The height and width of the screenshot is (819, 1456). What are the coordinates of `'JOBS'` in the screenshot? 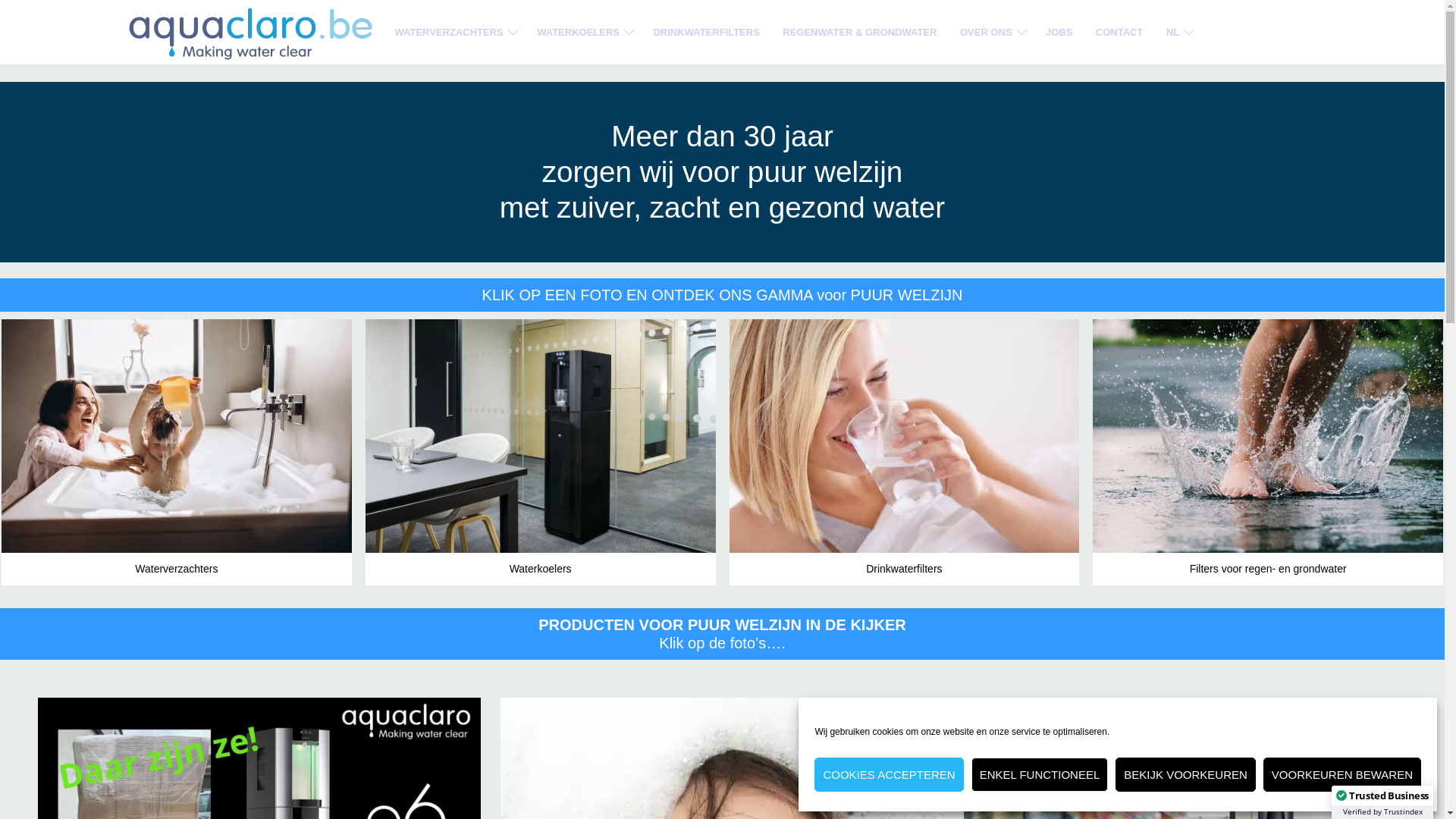 It's located at (1058, 32).